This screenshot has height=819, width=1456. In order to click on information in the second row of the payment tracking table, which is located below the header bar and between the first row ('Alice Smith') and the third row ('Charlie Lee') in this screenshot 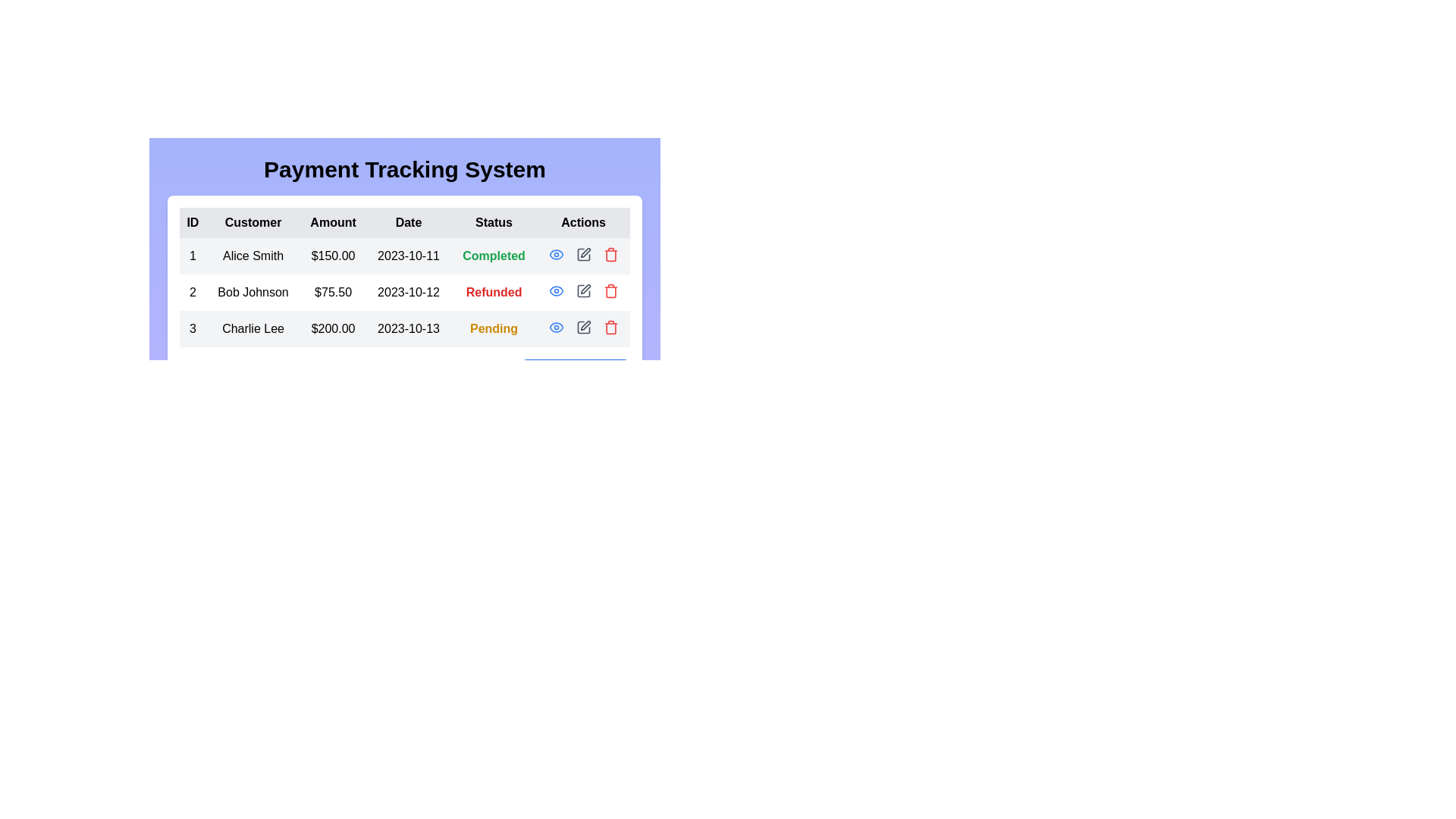, I will do `click(404, 292)`.